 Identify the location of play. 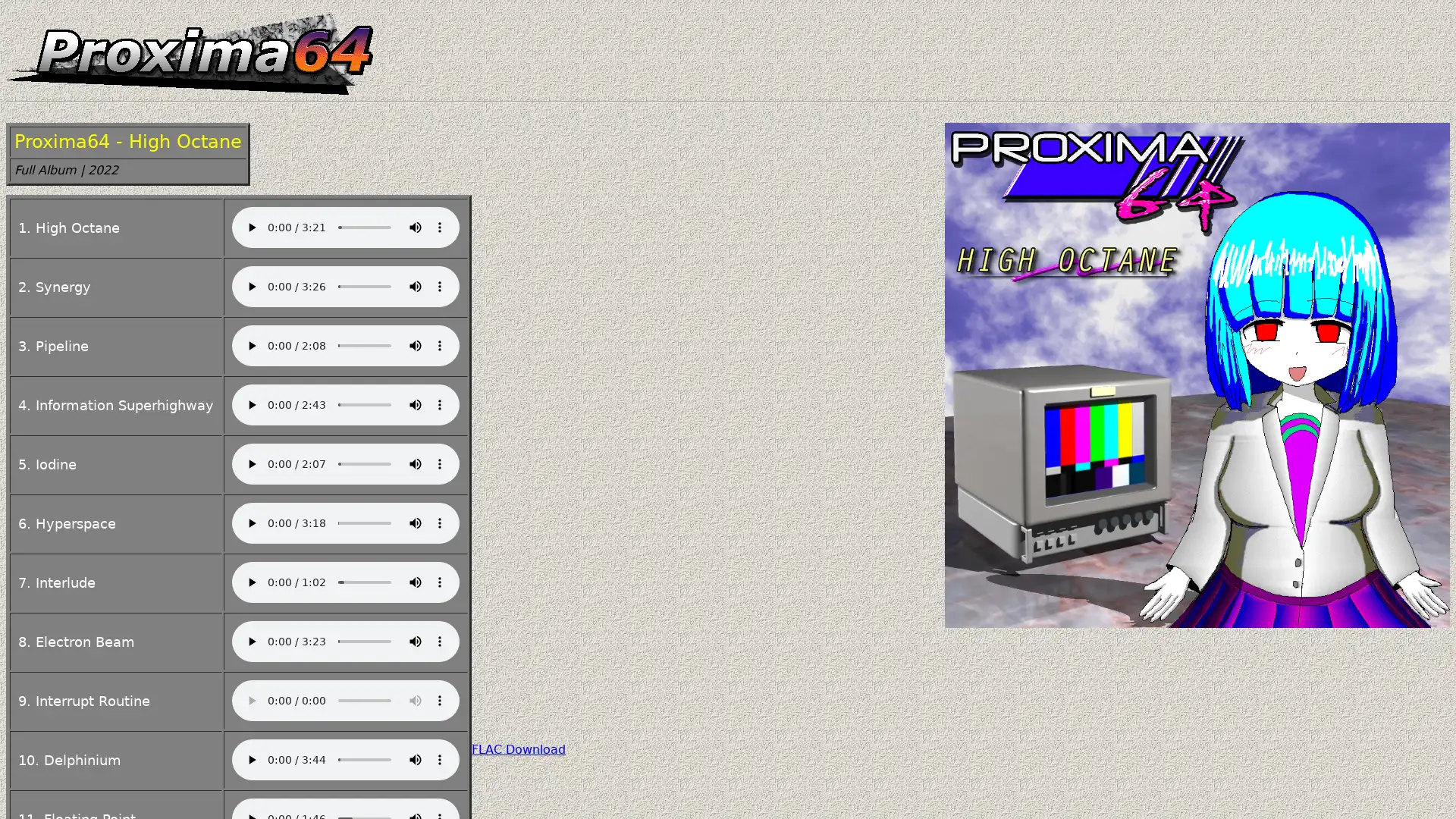
(251, 287).